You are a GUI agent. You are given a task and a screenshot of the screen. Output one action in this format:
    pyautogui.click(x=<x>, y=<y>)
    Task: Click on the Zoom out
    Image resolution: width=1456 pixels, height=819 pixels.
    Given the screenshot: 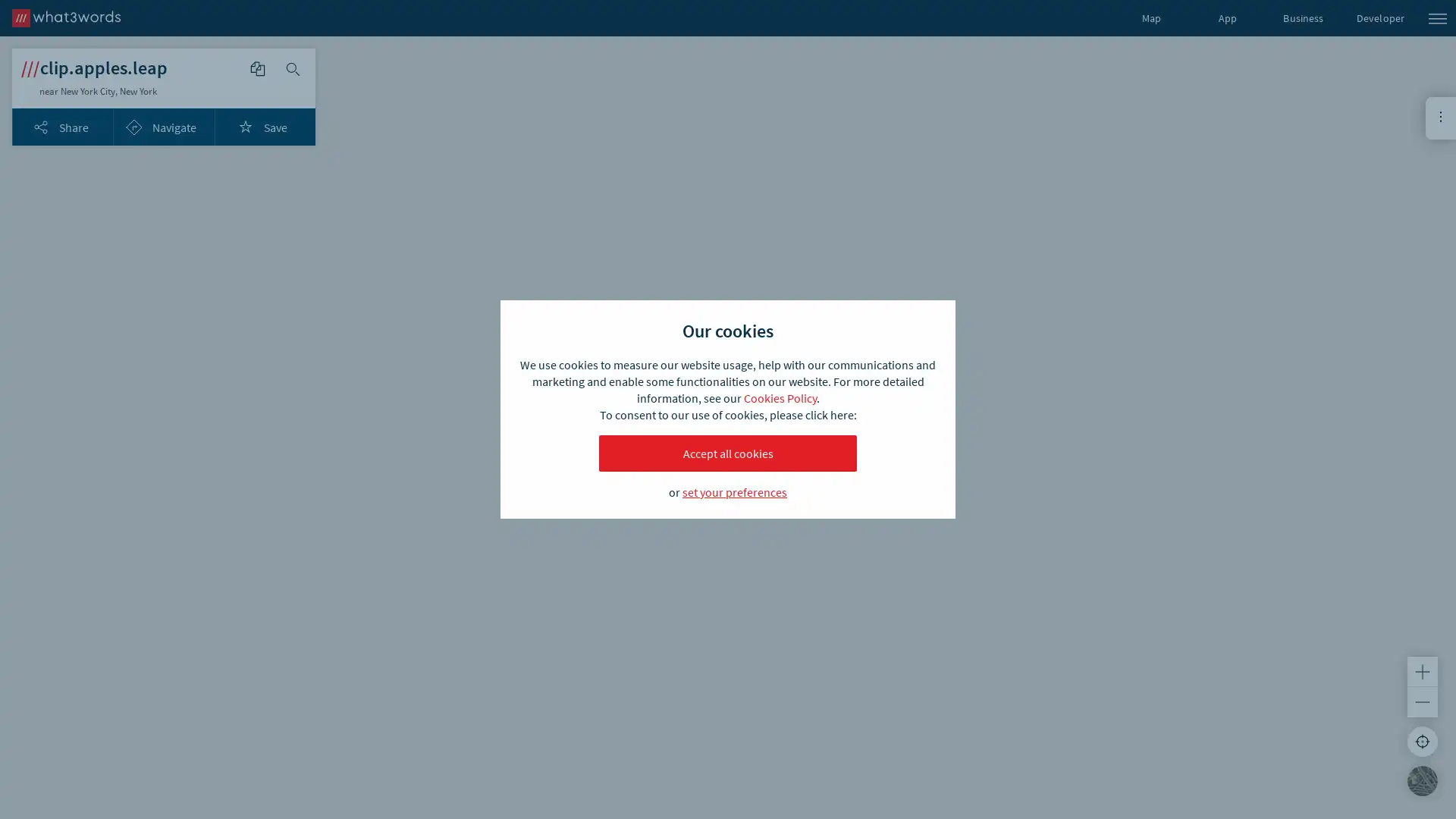 What is the action you would take?
    pyautogui.click(x=1422, y=701)
    